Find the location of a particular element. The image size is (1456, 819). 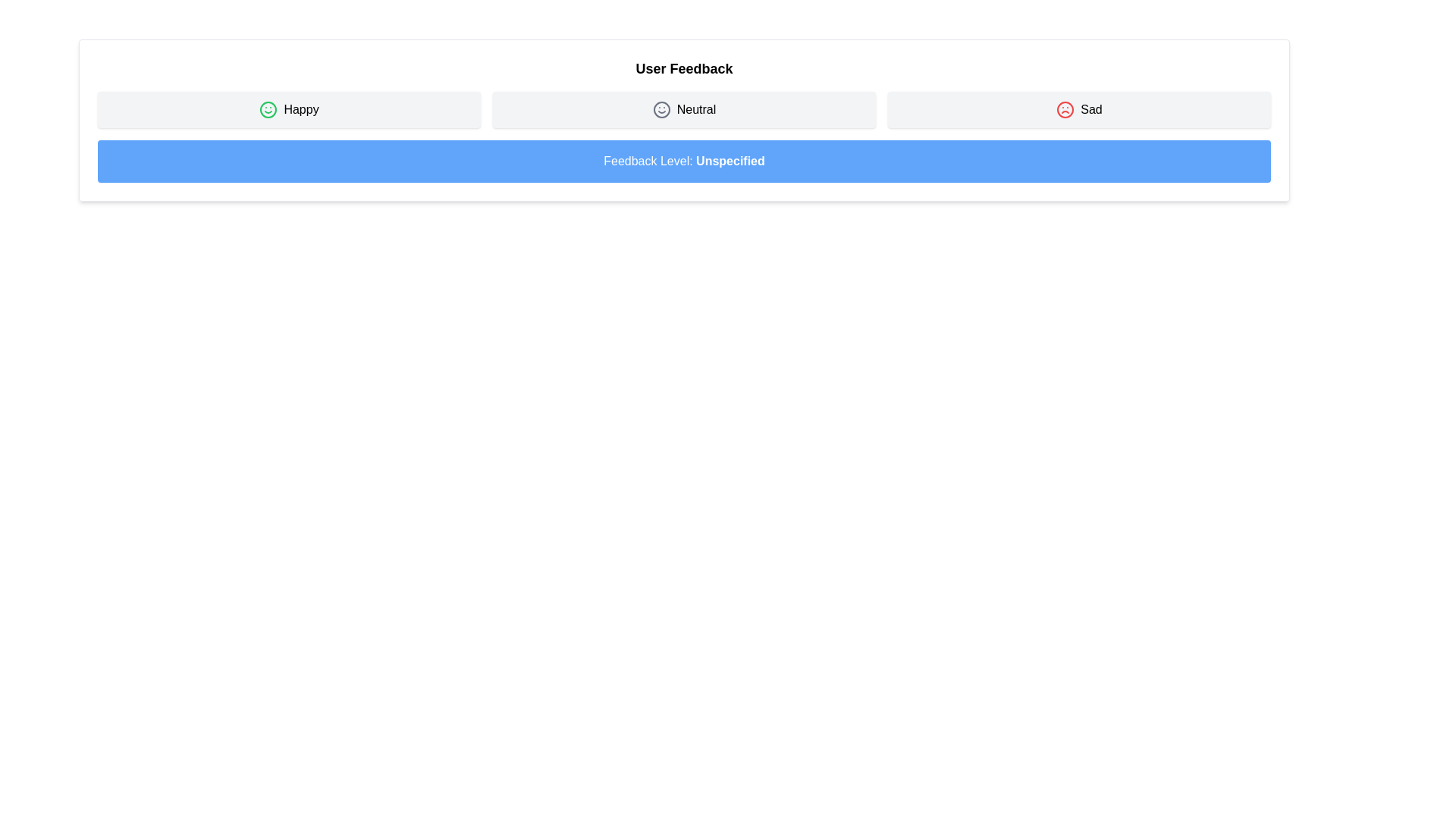

the circular neutral smiley face icon located centrally within the 'Neutral' feedback option in the feedback section is located at coordinates (661, 109).